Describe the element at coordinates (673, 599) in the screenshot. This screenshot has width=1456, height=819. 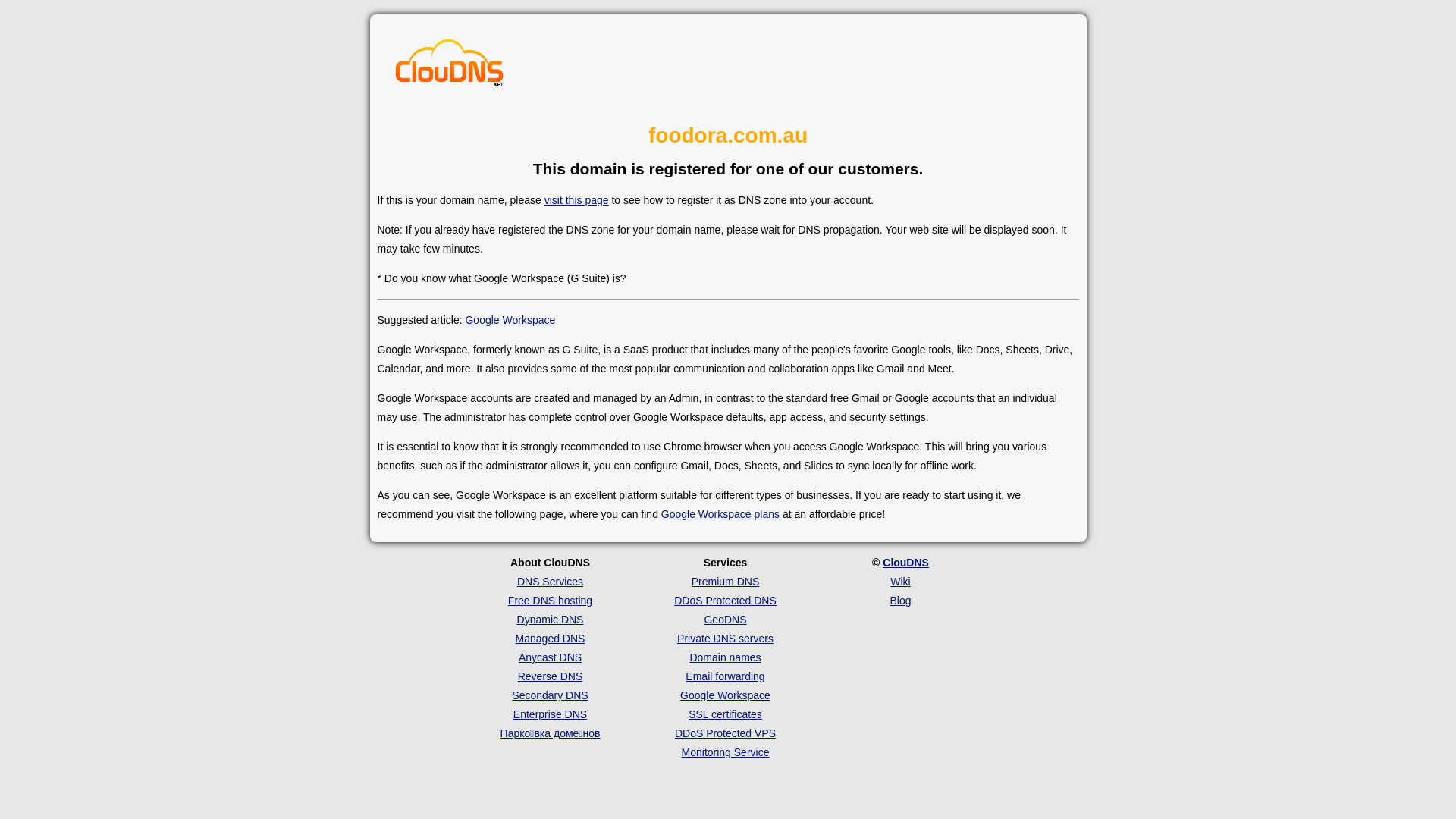
I see `'DDoS Protected DNS'` at that location.